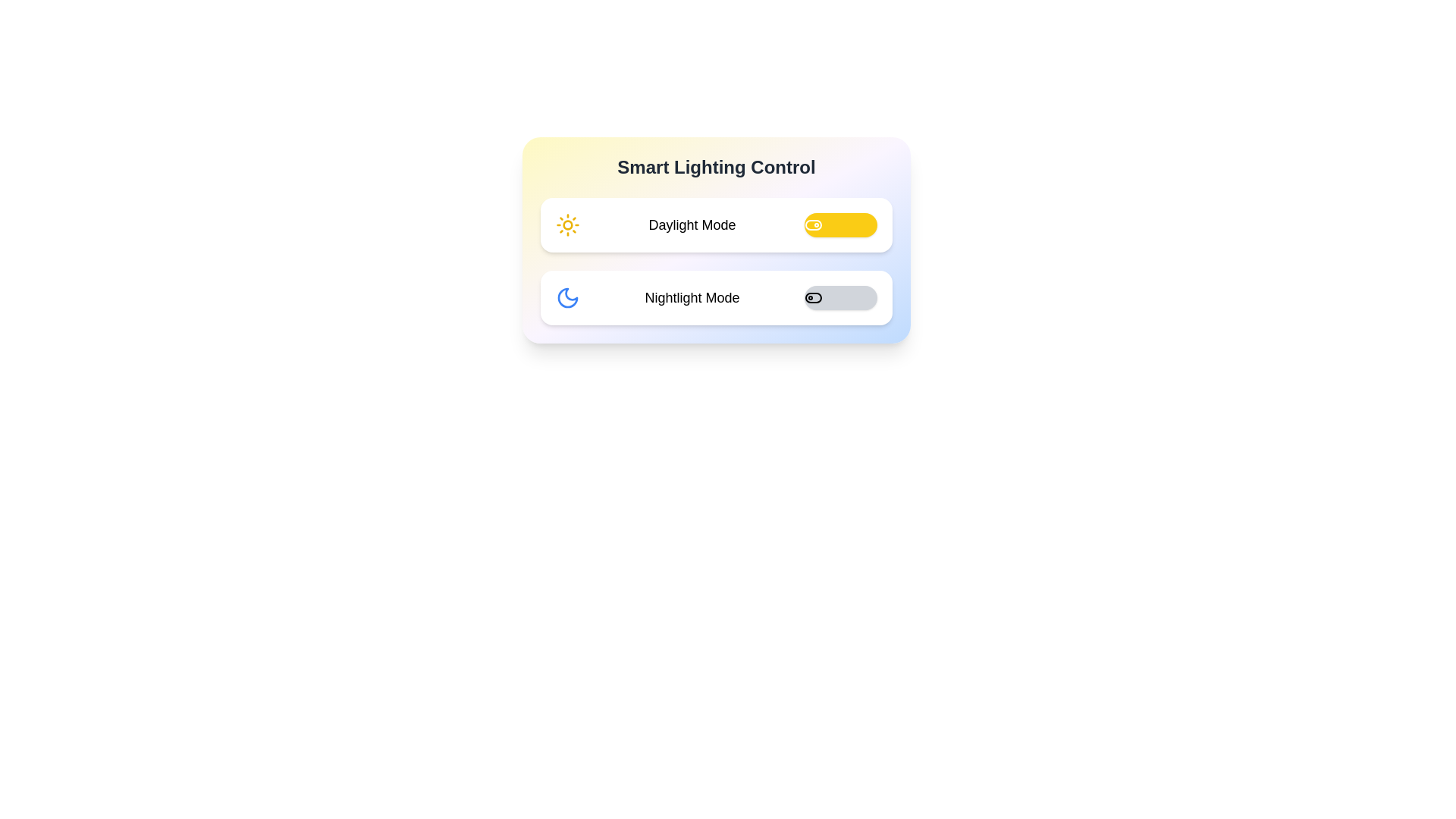 This screenshot has width=1456, height=819. I want to click on the icon within the 'Nightlight Mode' toggle switch located on the right half of the second row in the 'Smart Lighting Control' panel, so click(813, 298).